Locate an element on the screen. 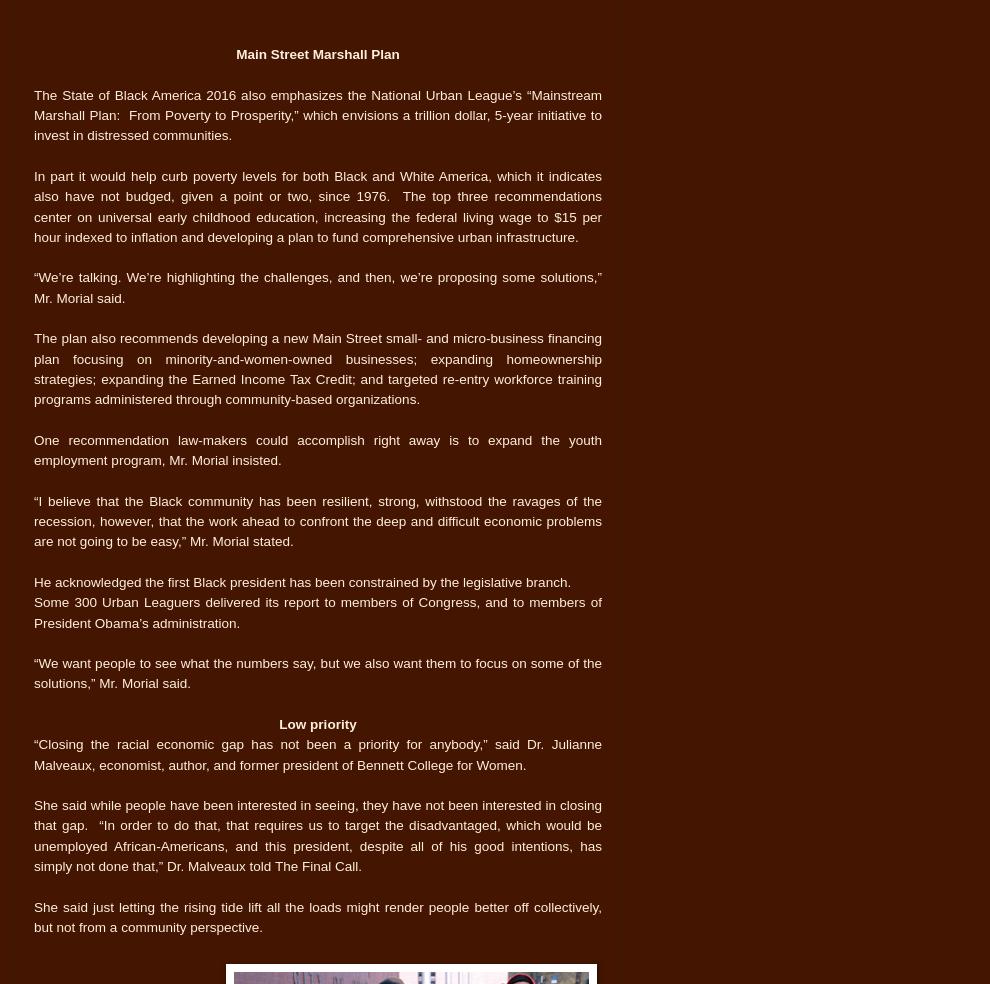 This screenshot has width=990, height=984. 'In part it would help curb poverty levels for both Black and White America, which it indicates also have not budged, given a point or two, since 1976.  The top three recommendations center on universal early childhood education, increasing the federal living wage to $15 per hour indexed to inflation and developing a plan to fund comprehensive urban infrastructure.' is located at coordinates (316, 205).